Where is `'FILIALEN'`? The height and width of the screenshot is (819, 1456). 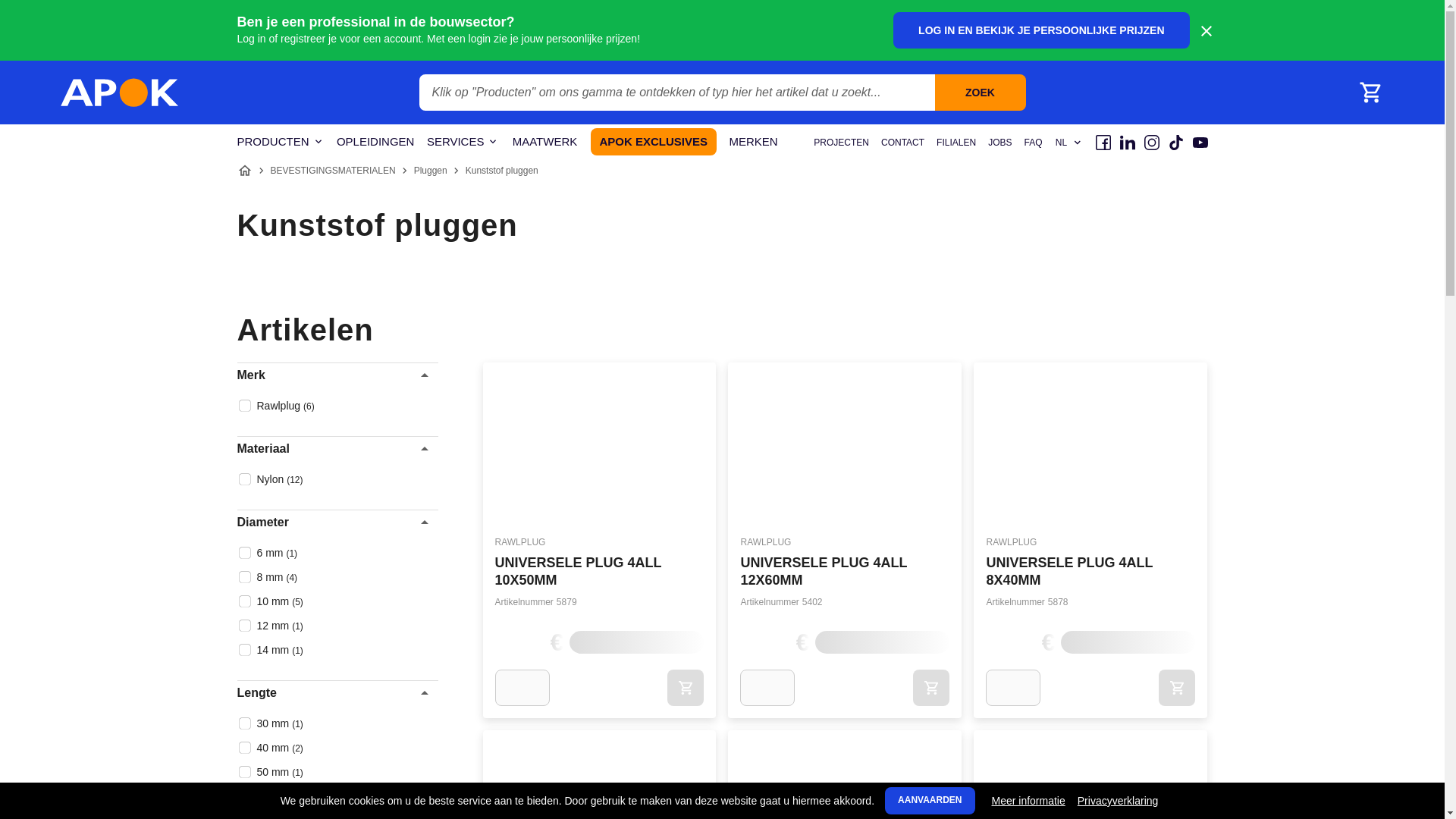
'FILIALEN' is located at coordinates (935, 143).